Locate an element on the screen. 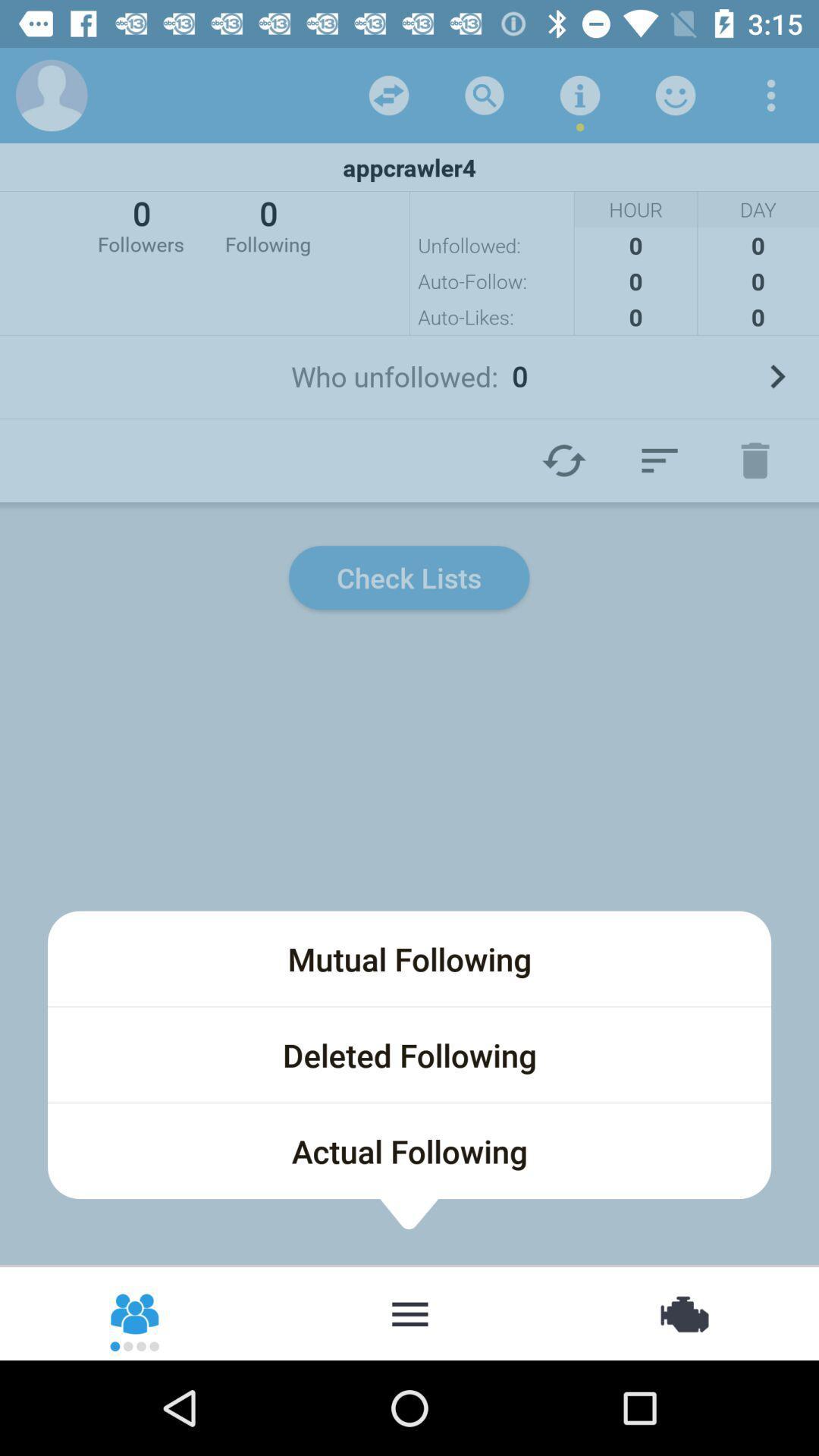 The image size is (819, 1456). the more icon is located at coordinates (409, 1312).